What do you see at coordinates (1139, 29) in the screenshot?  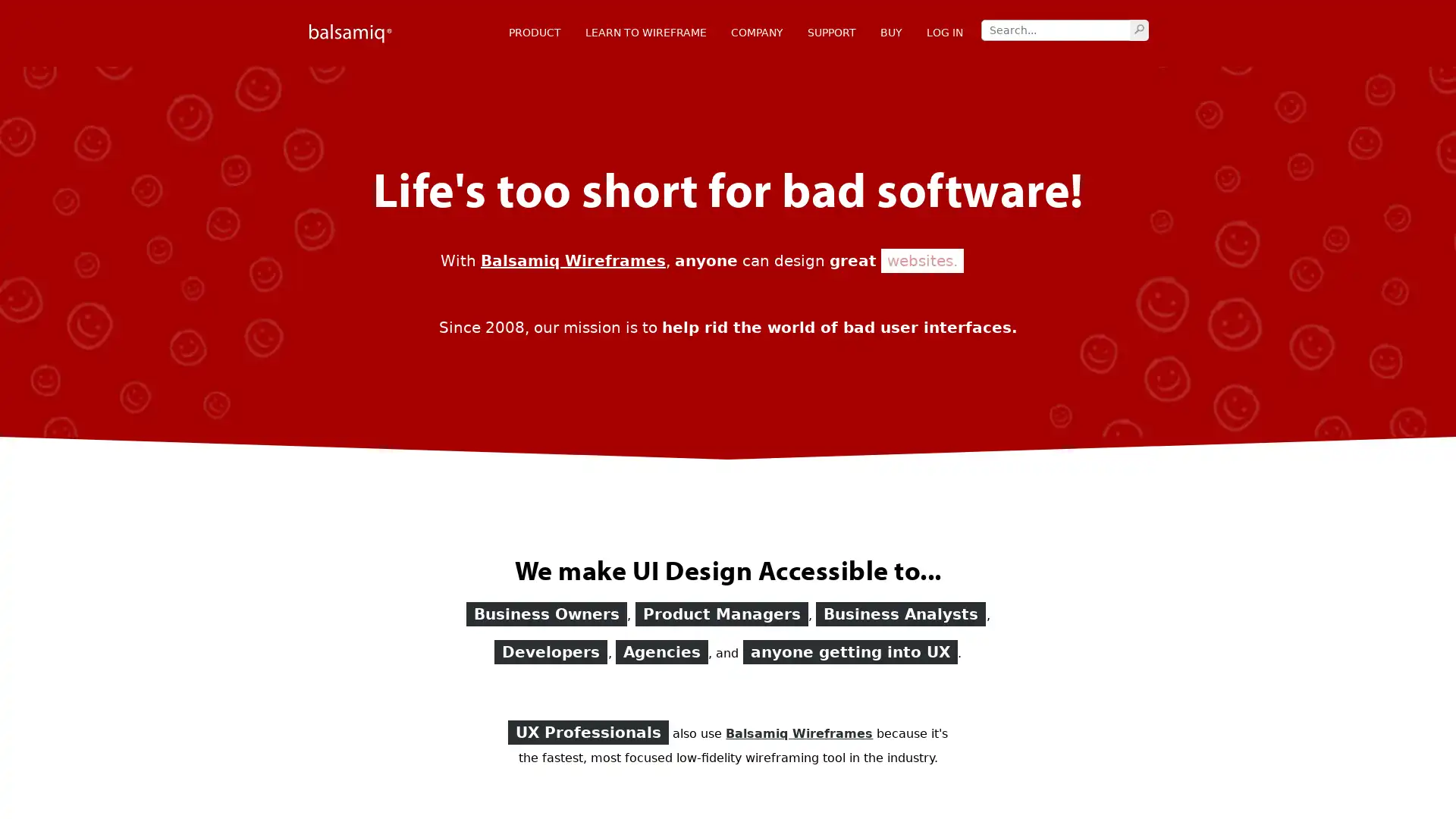 I see `Submit` at bounding box center [1139, 29].